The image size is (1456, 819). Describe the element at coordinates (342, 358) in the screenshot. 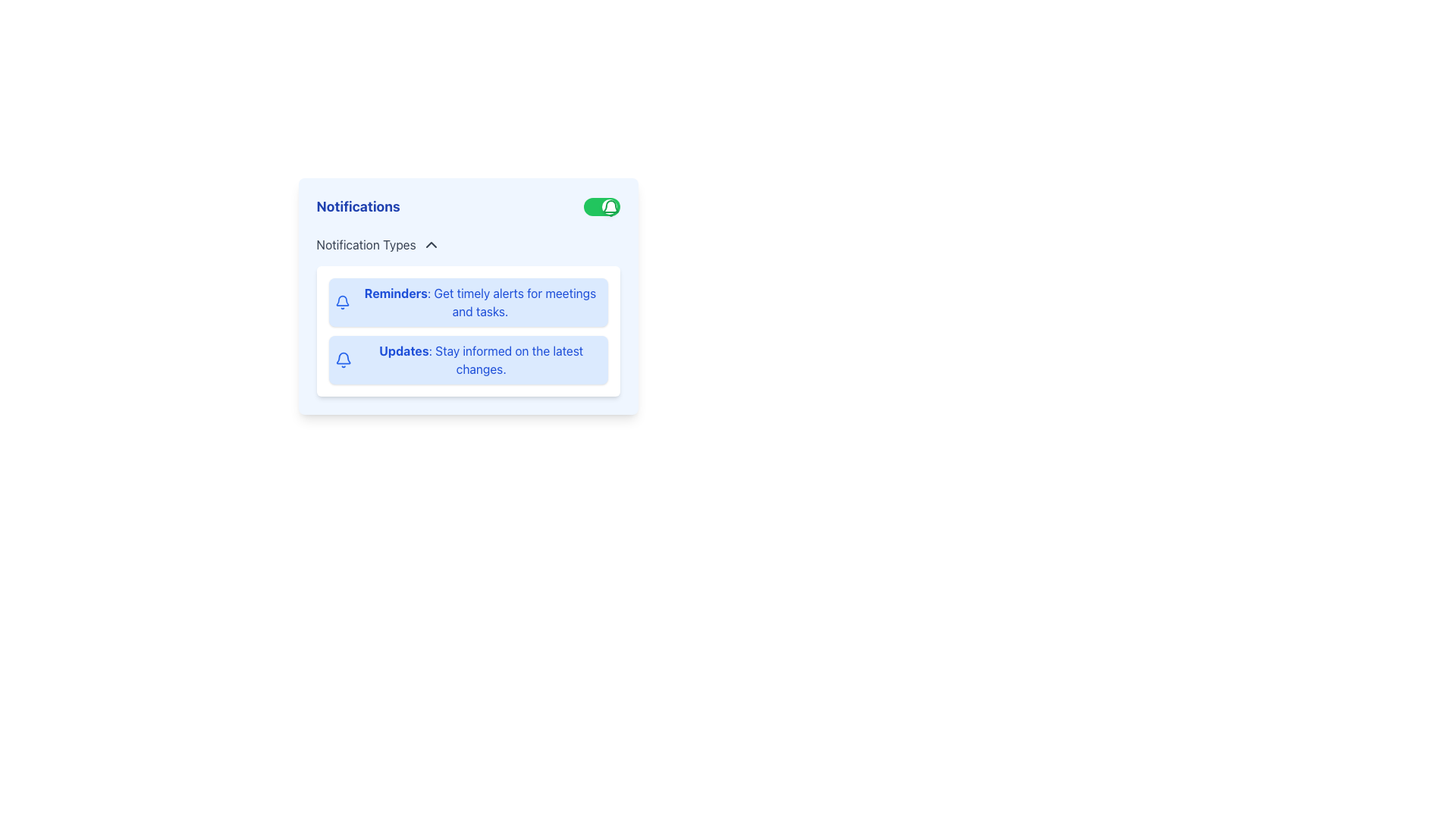

I see `the blue notification bell icon located to the left of the toggle switch in the 'Notifications' section` at that location.